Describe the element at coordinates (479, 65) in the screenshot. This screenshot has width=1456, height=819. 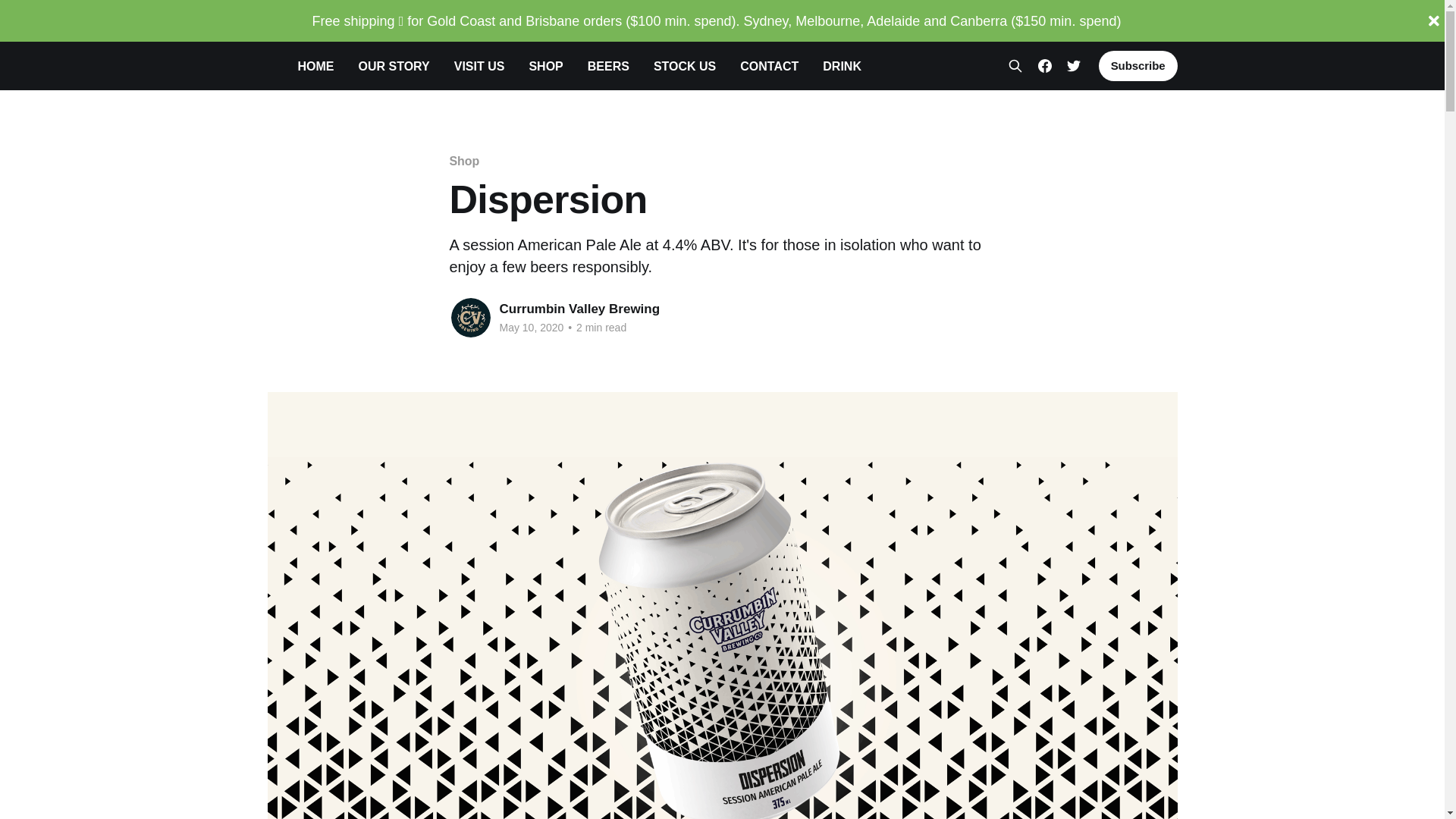
I see `'VISIT US'` at that location.